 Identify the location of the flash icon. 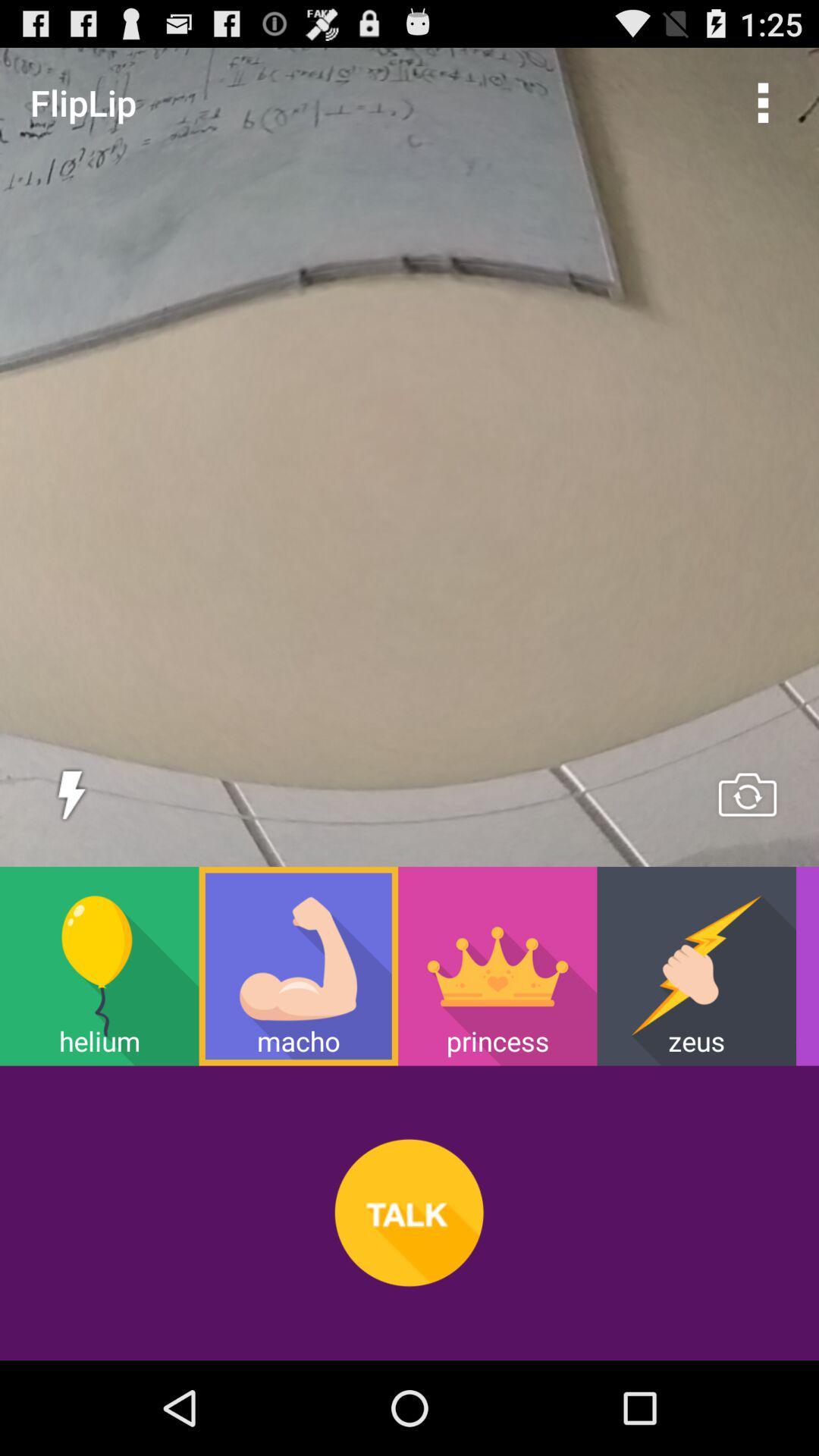
(71, 851).